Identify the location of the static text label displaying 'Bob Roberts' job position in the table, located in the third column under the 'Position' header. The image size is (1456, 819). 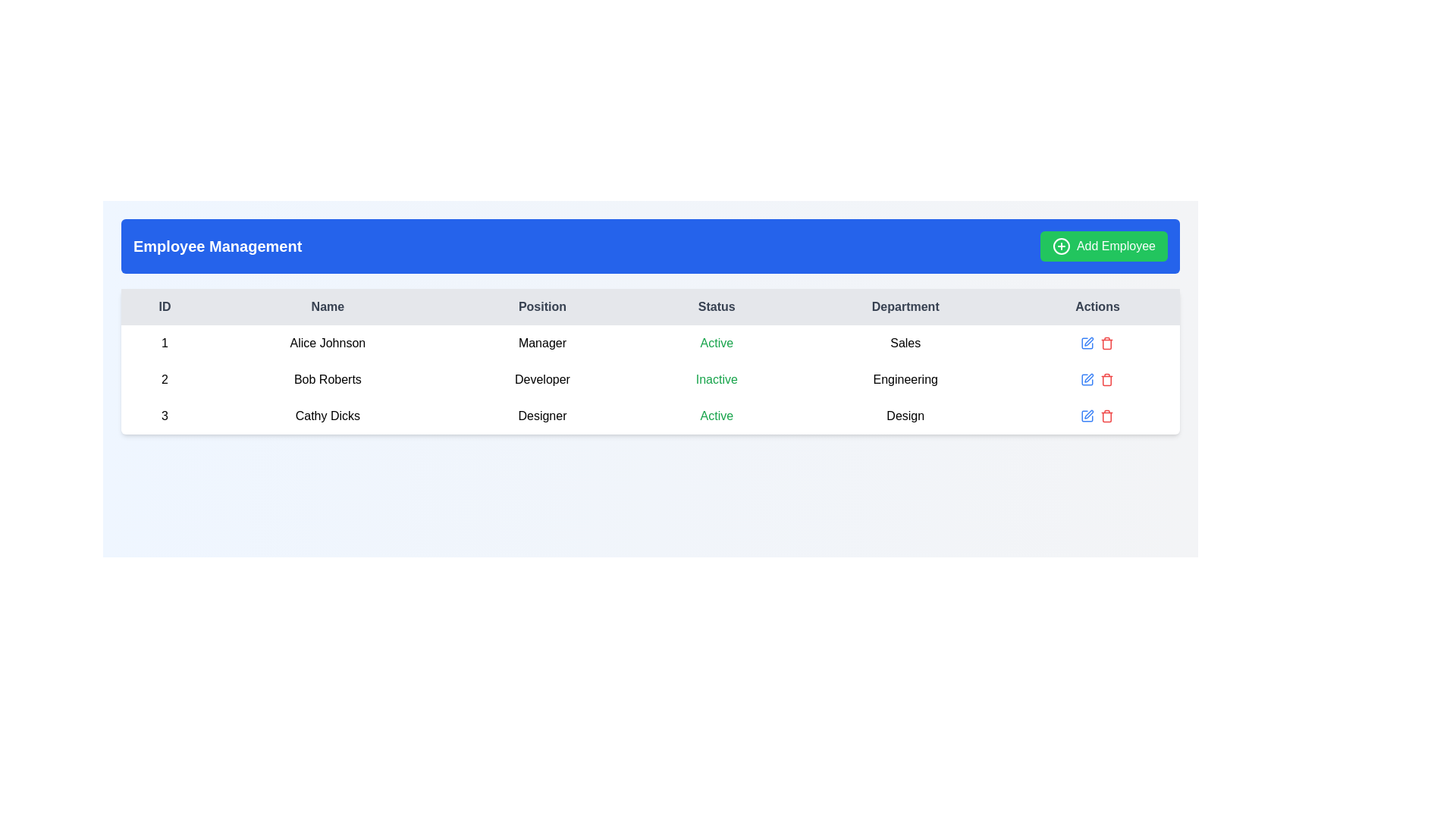
(542, 379).